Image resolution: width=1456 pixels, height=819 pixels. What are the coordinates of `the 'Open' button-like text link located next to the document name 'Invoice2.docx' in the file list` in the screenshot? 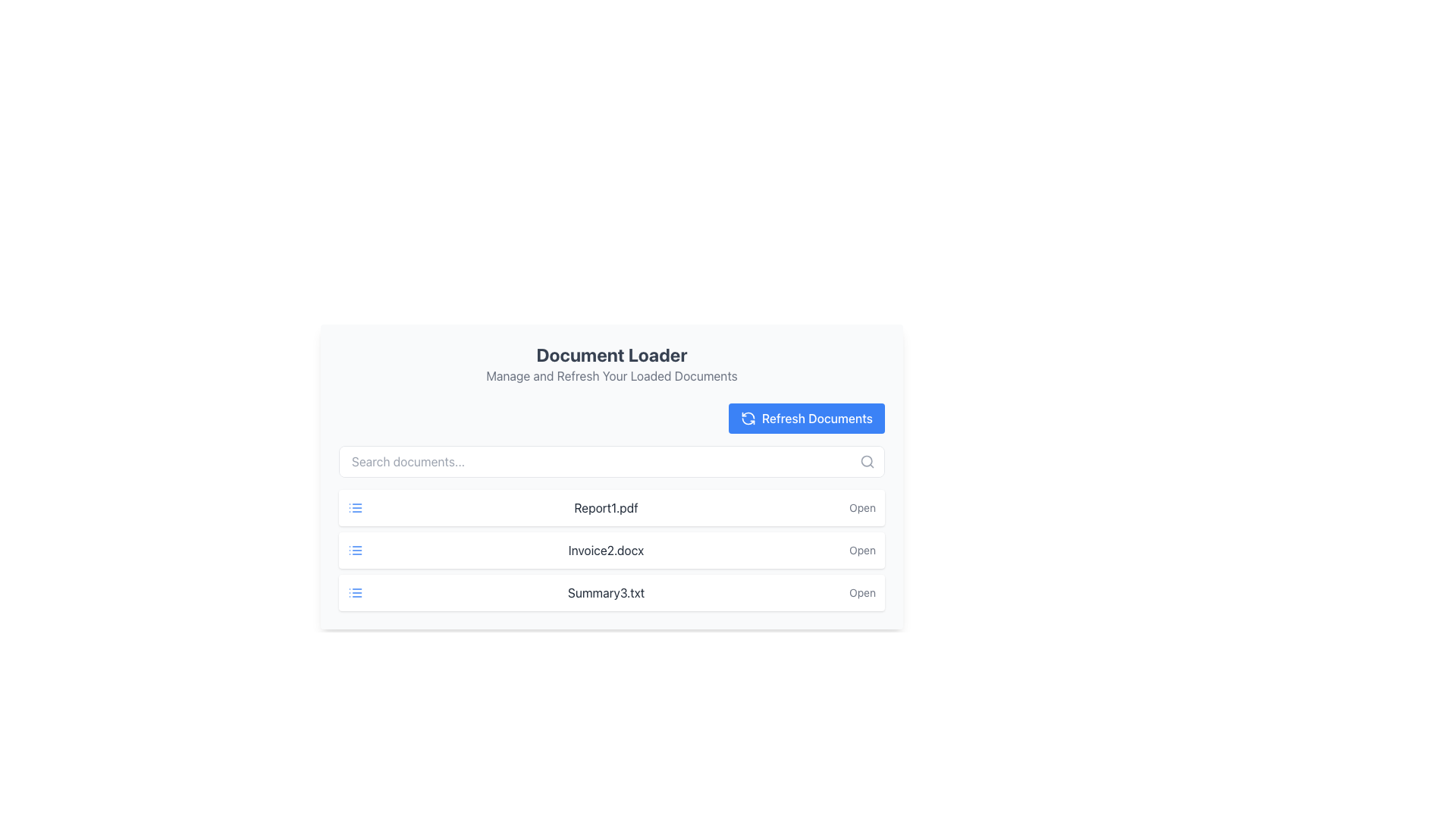 It's located at (862, 550).